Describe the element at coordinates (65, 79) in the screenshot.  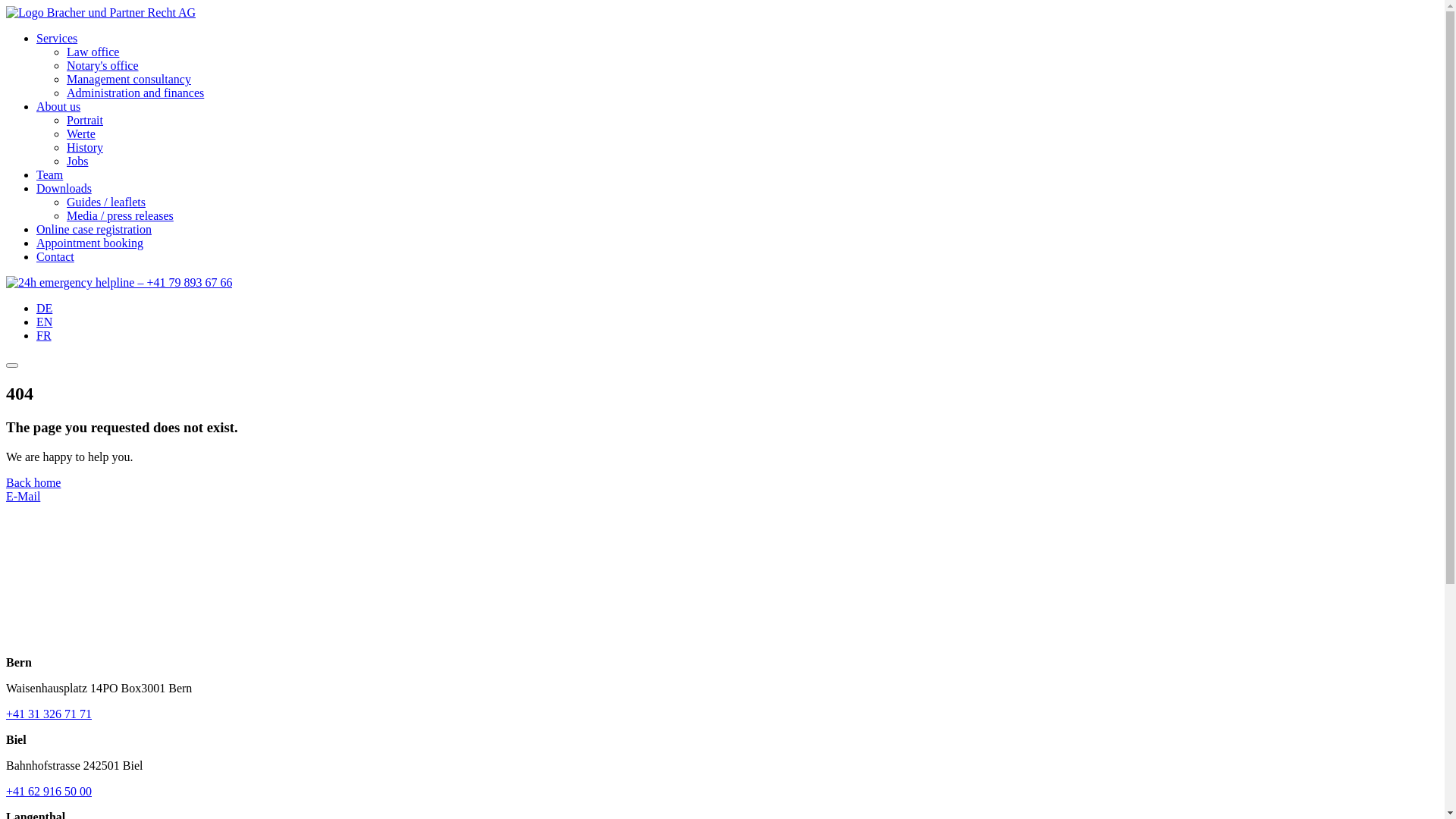
I see `'Management consultancy'` at that location.